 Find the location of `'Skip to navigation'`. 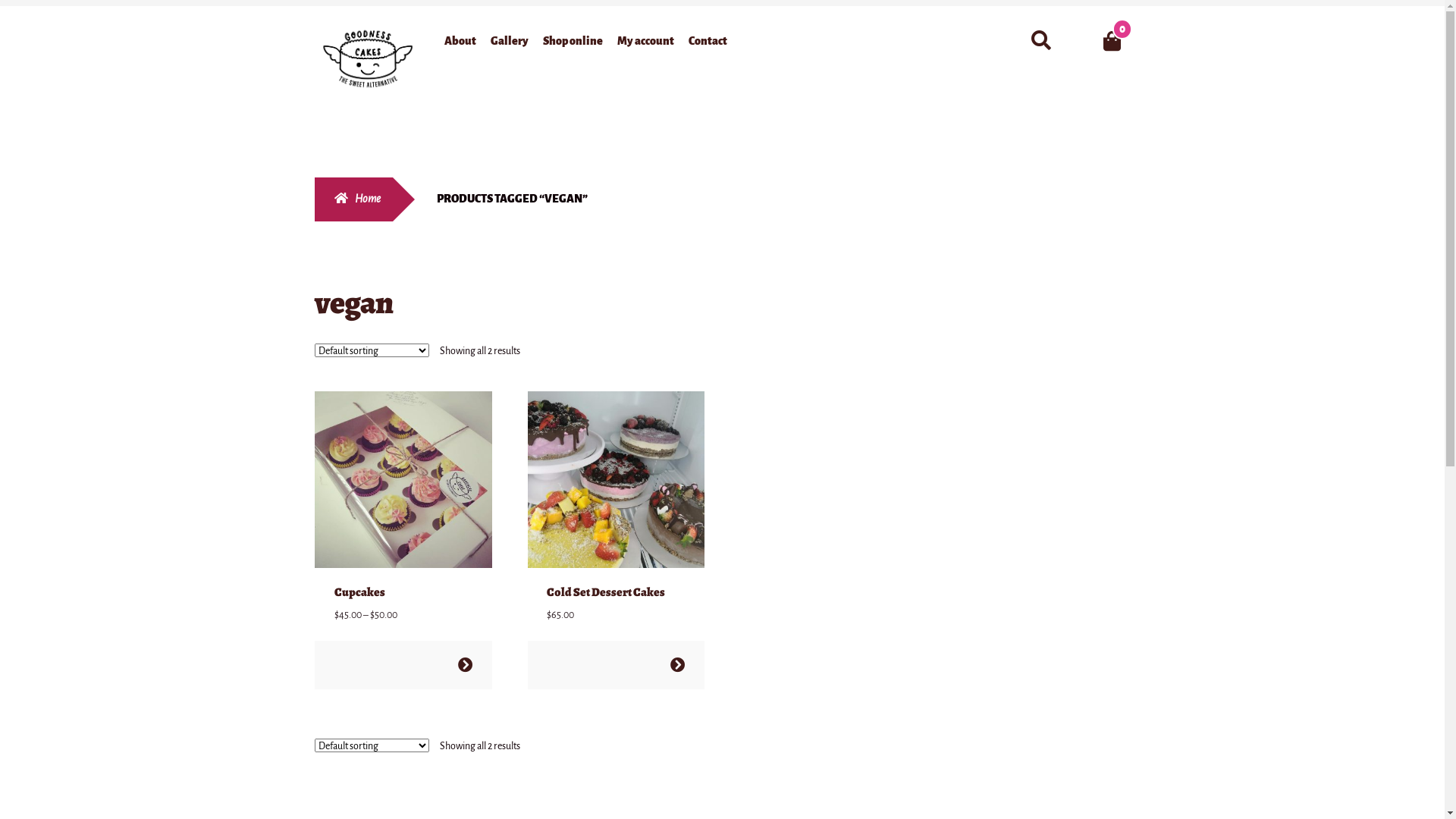

'Skip to navigation' is located at coordinates (313, 25).